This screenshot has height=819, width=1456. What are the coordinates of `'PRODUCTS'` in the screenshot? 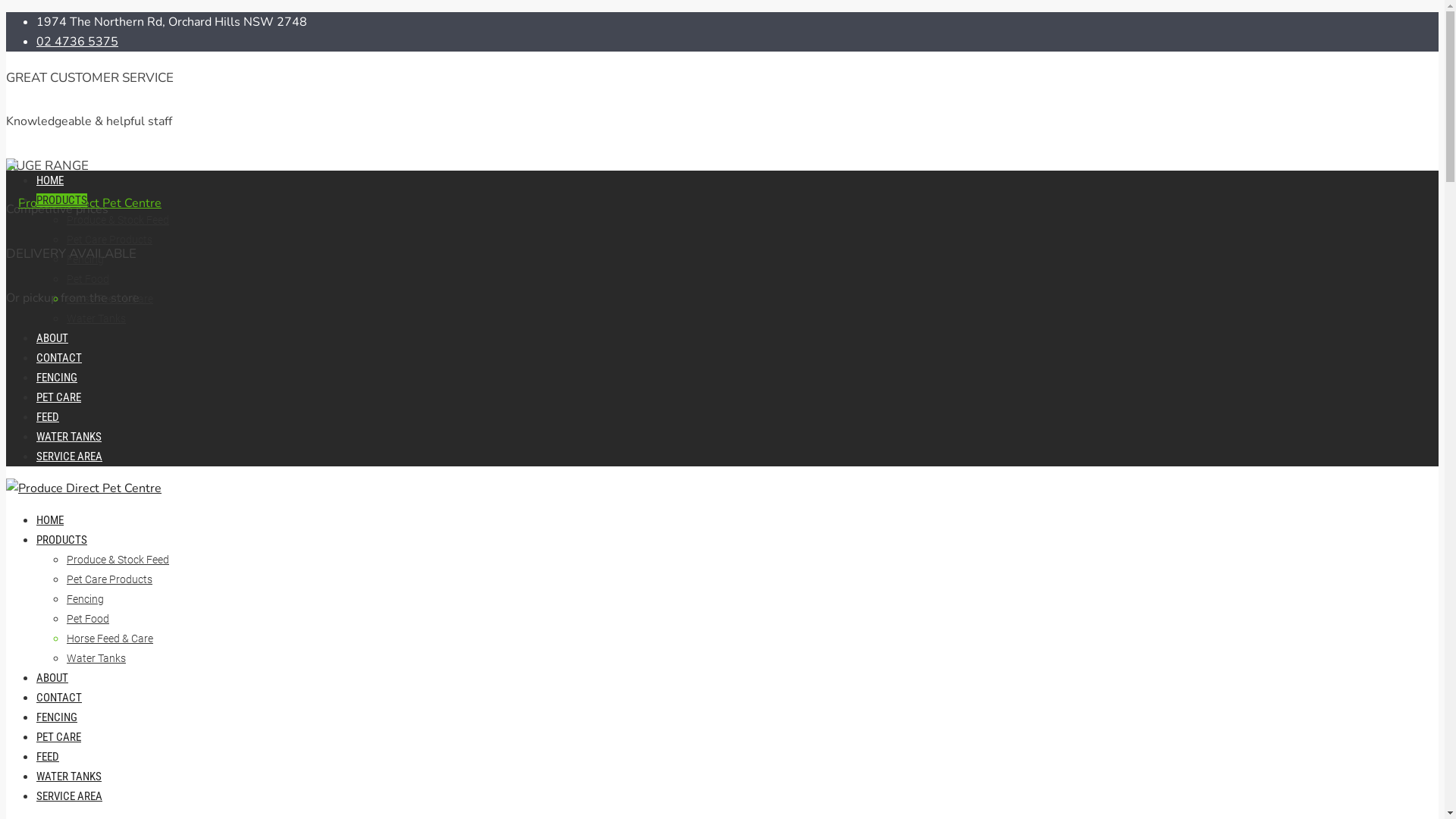 It's located at (61, 539).